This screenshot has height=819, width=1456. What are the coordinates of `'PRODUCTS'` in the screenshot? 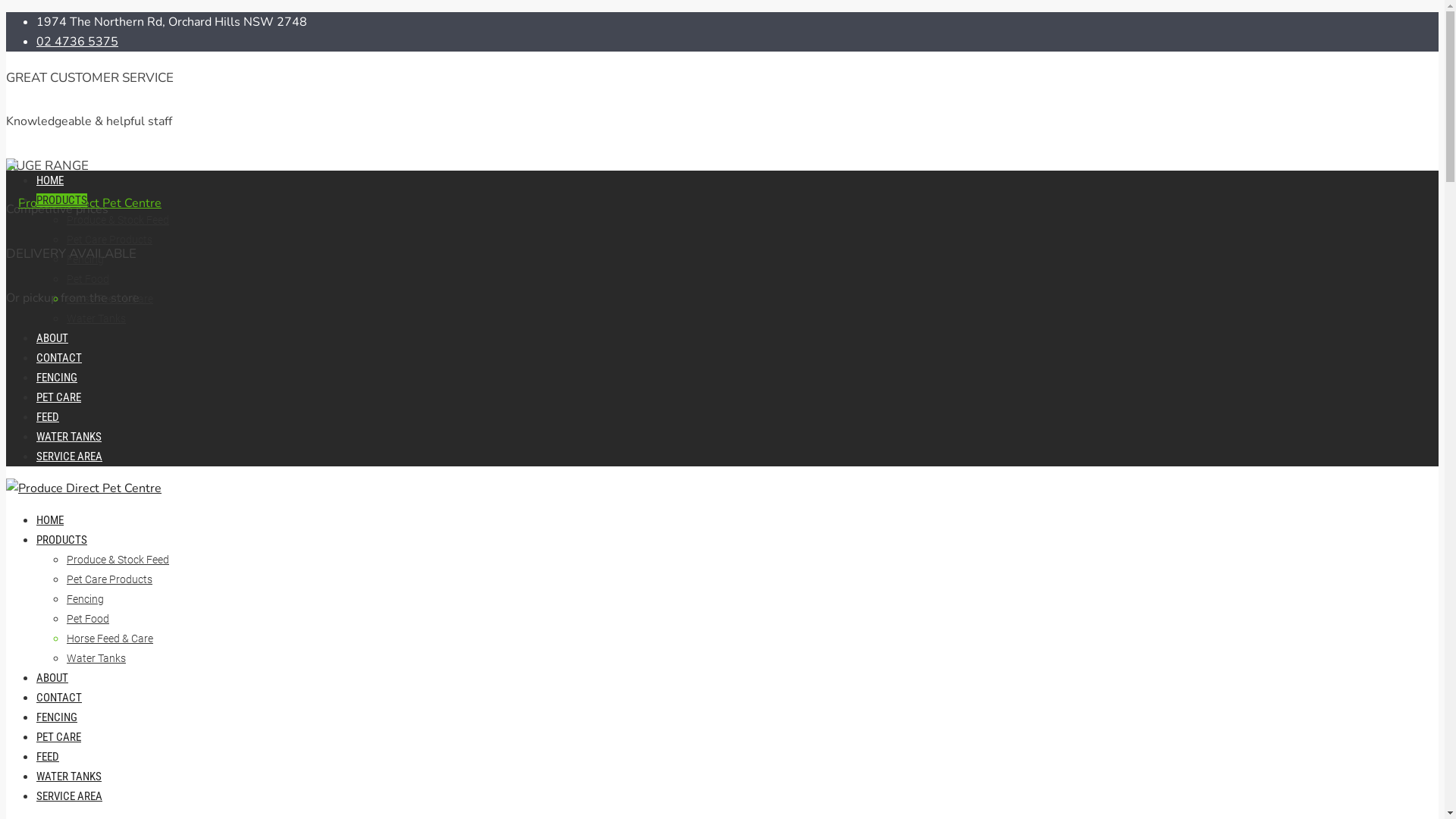 It's located at (61, 539).